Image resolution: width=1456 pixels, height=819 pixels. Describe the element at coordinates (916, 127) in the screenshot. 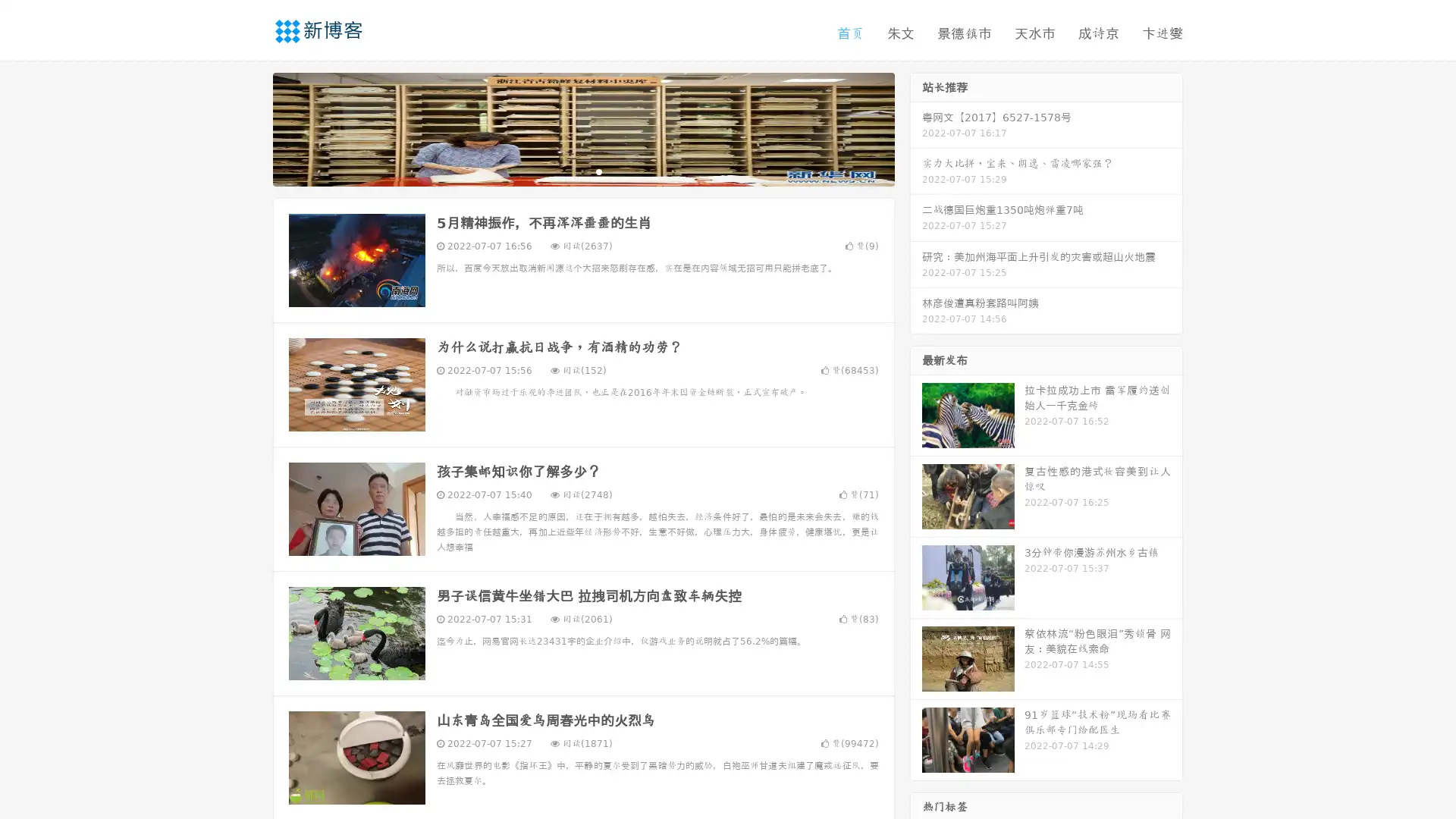

I see `Next slide` at that location.